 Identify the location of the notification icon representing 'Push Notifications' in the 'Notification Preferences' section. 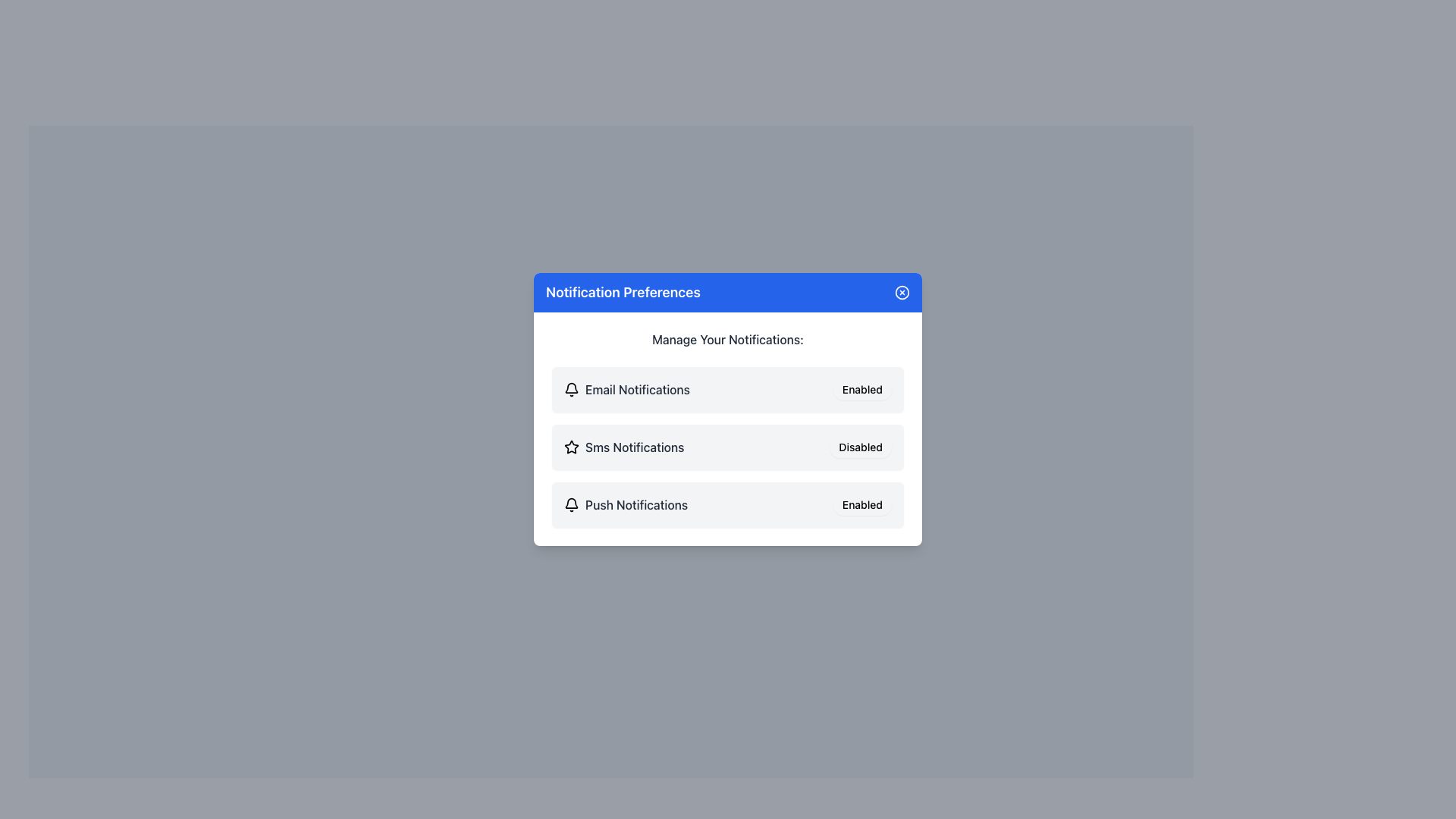
(570, 505).